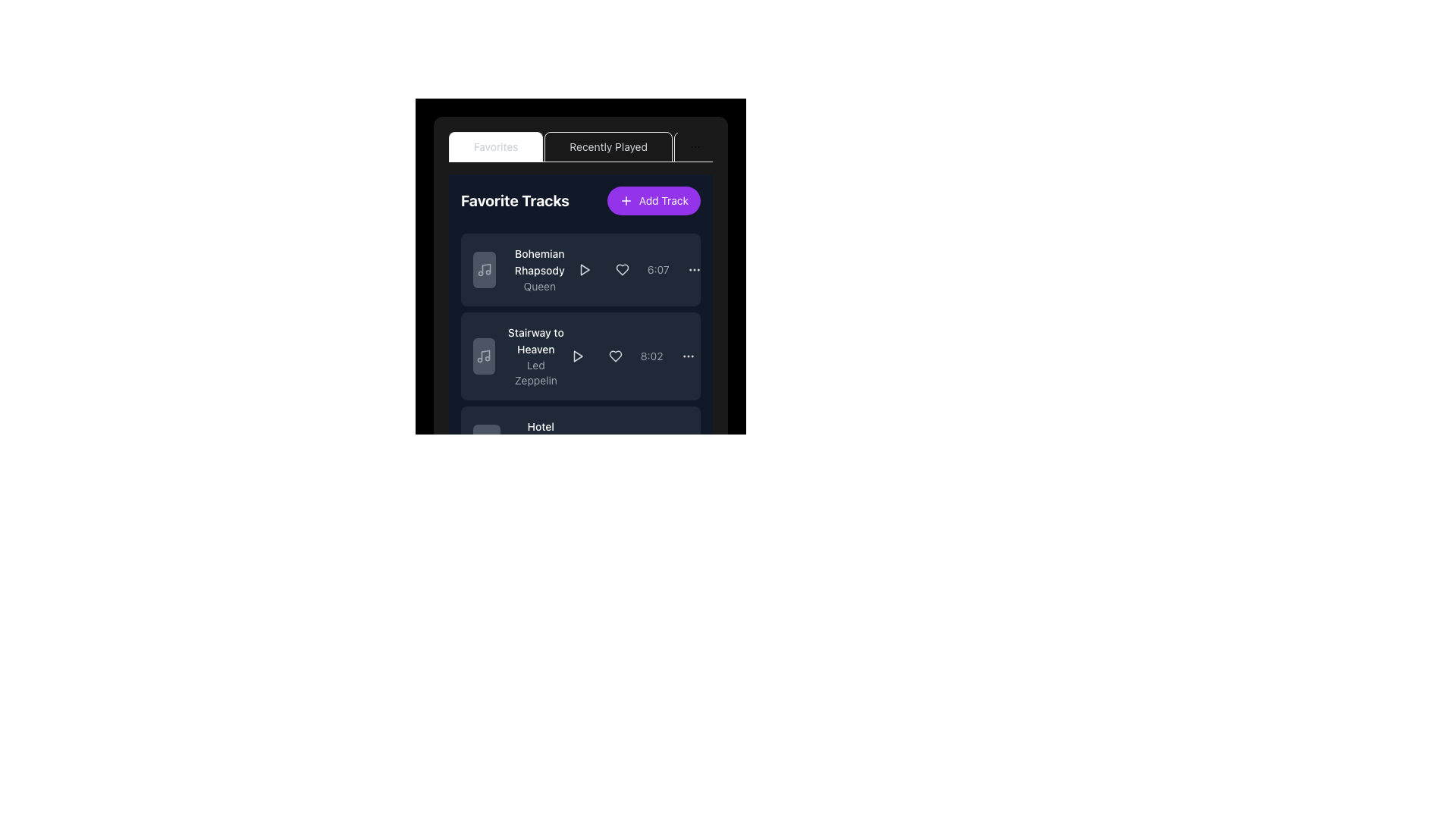 The image size is (1456, 819). I want to click on the List item representing a specific track in the 'Favorite Tracks' list, located between 'Bohemian Rhapsody' and 'Hotel', so click(519, 356).